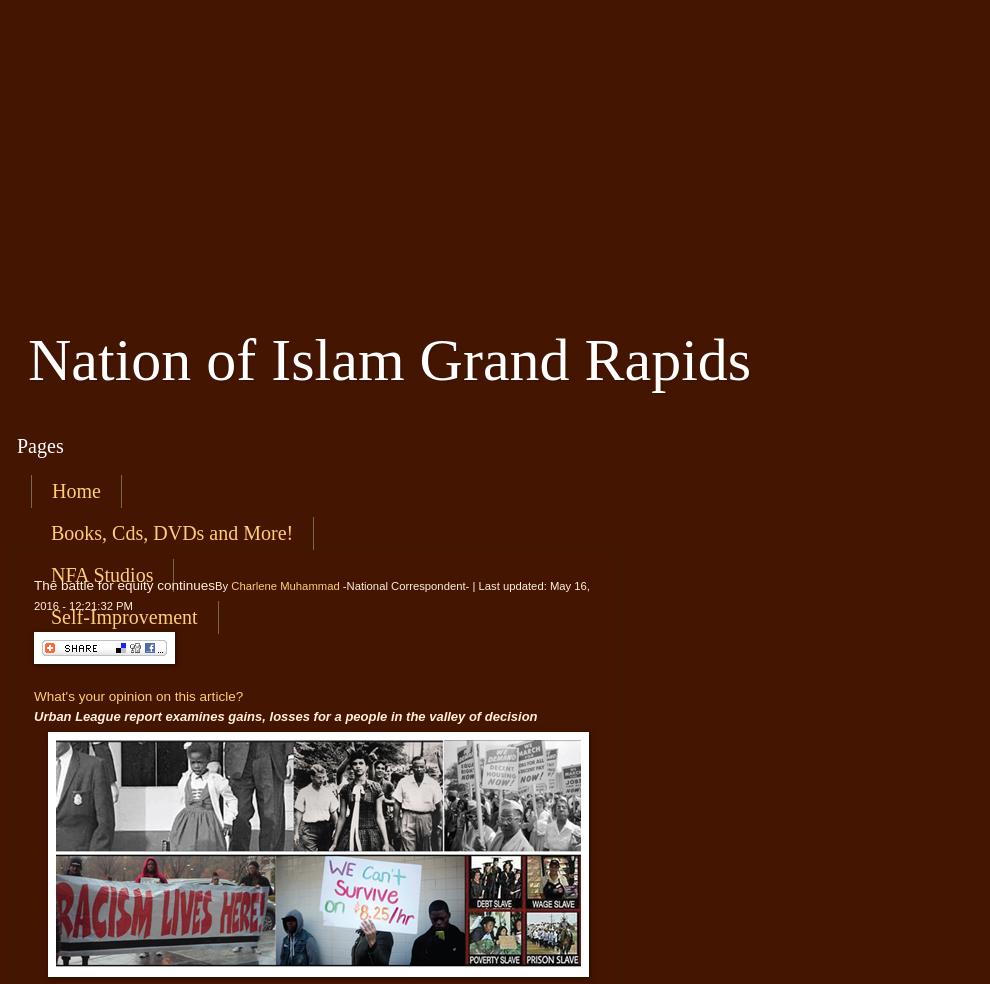  What do you see at coordinates (38, 446) in the screenshot?
I see `'Pages'` at bounding box center [38, 446].